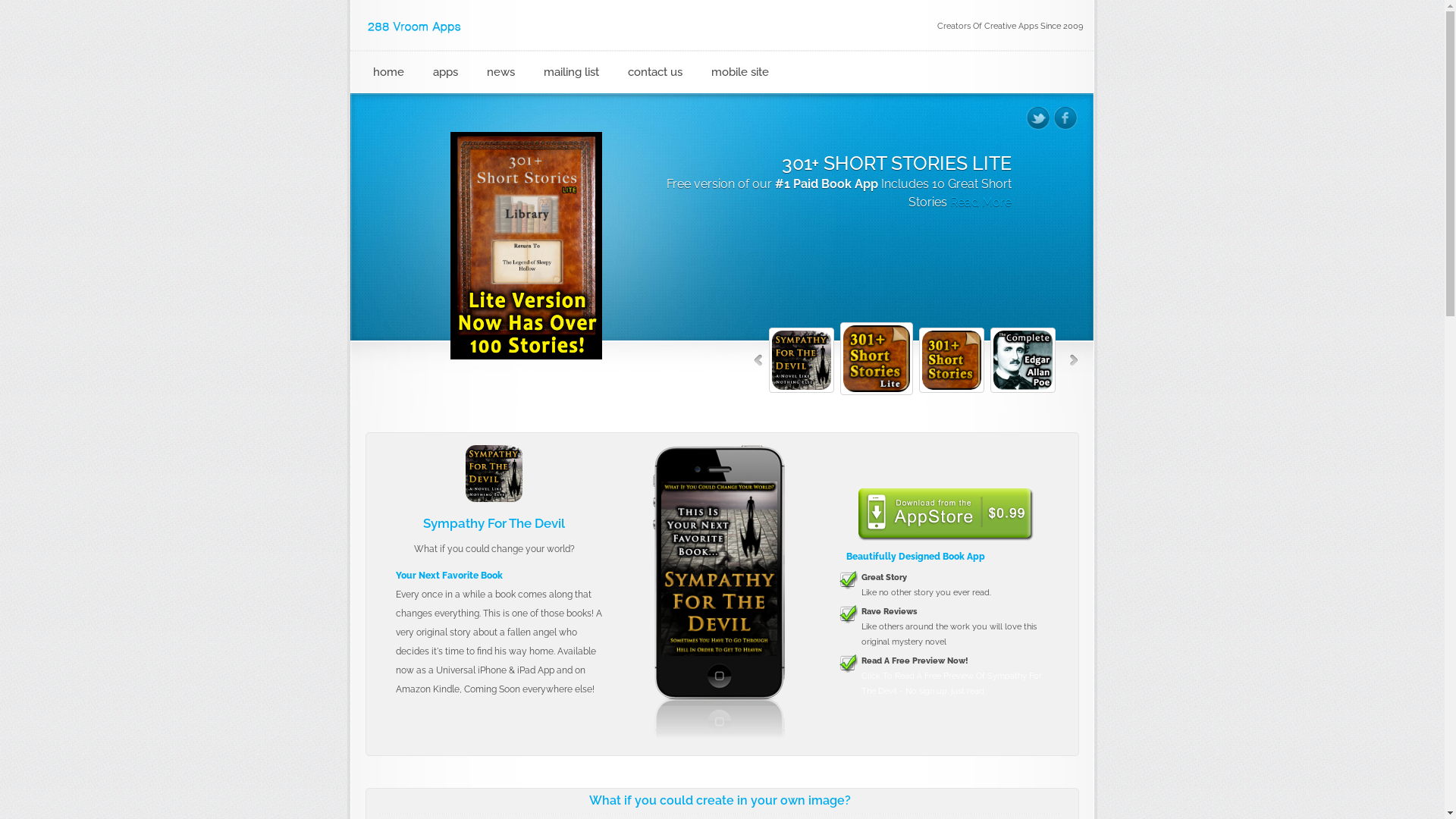 The height and width of the screenshot is (819, 1456). Describe the element at coordinates (425, 72) in the screenshot. I see `'apps'` at that location.